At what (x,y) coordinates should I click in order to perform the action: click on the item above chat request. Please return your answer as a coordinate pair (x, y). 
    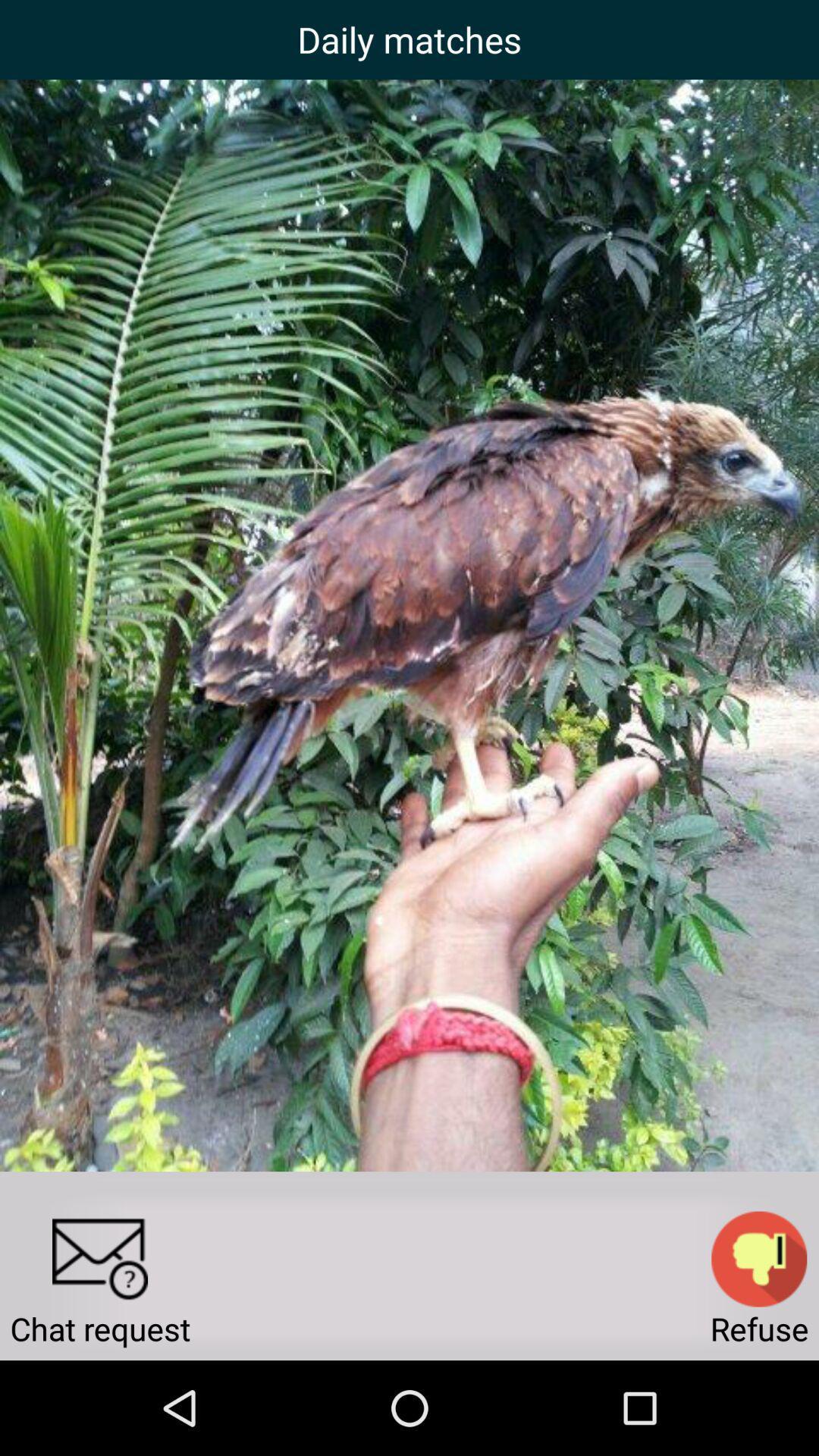
    Looking at the image, I should click on (99, 1259).